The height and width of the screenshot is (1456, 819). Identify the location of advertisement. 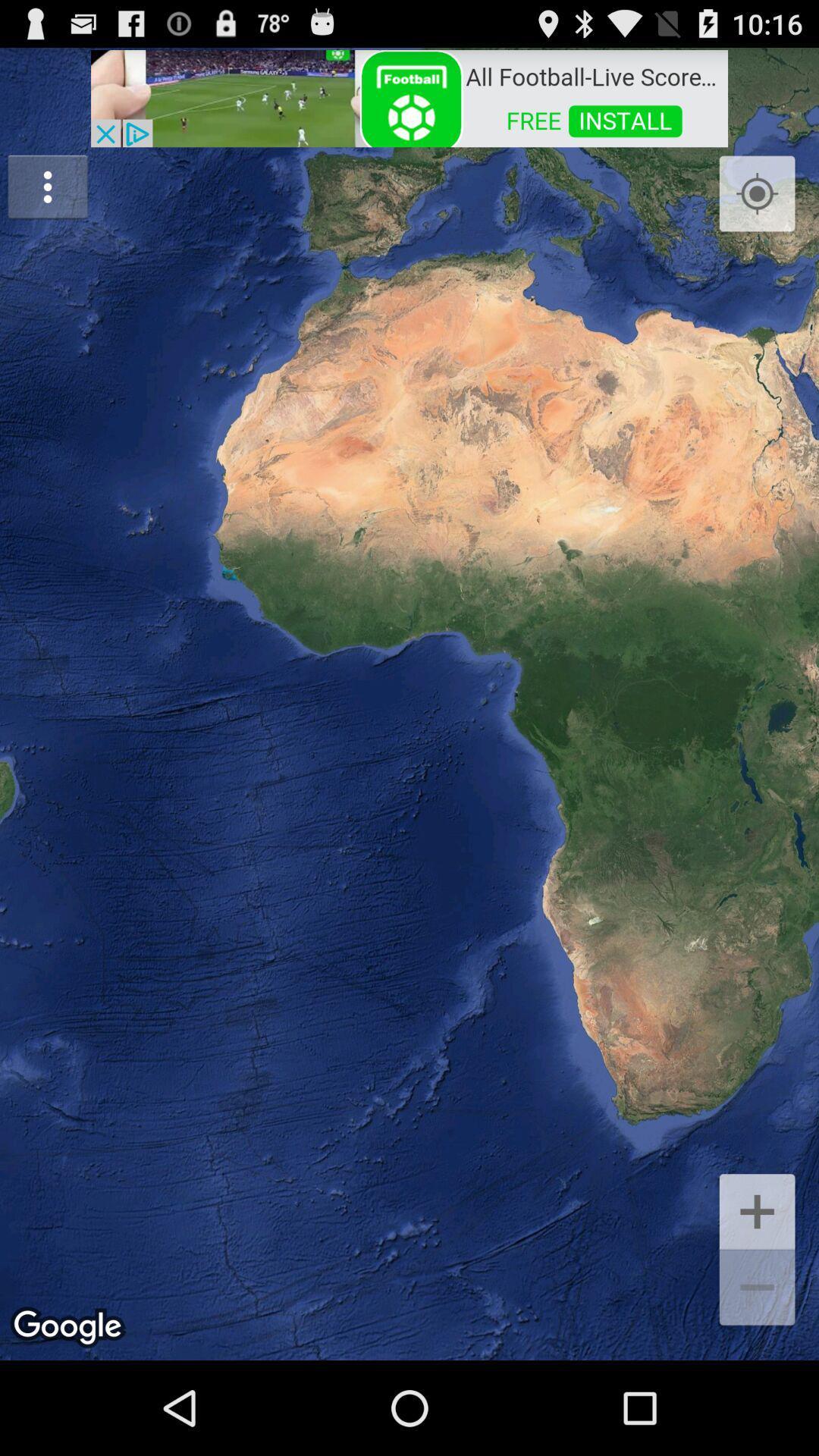
(409, 96).